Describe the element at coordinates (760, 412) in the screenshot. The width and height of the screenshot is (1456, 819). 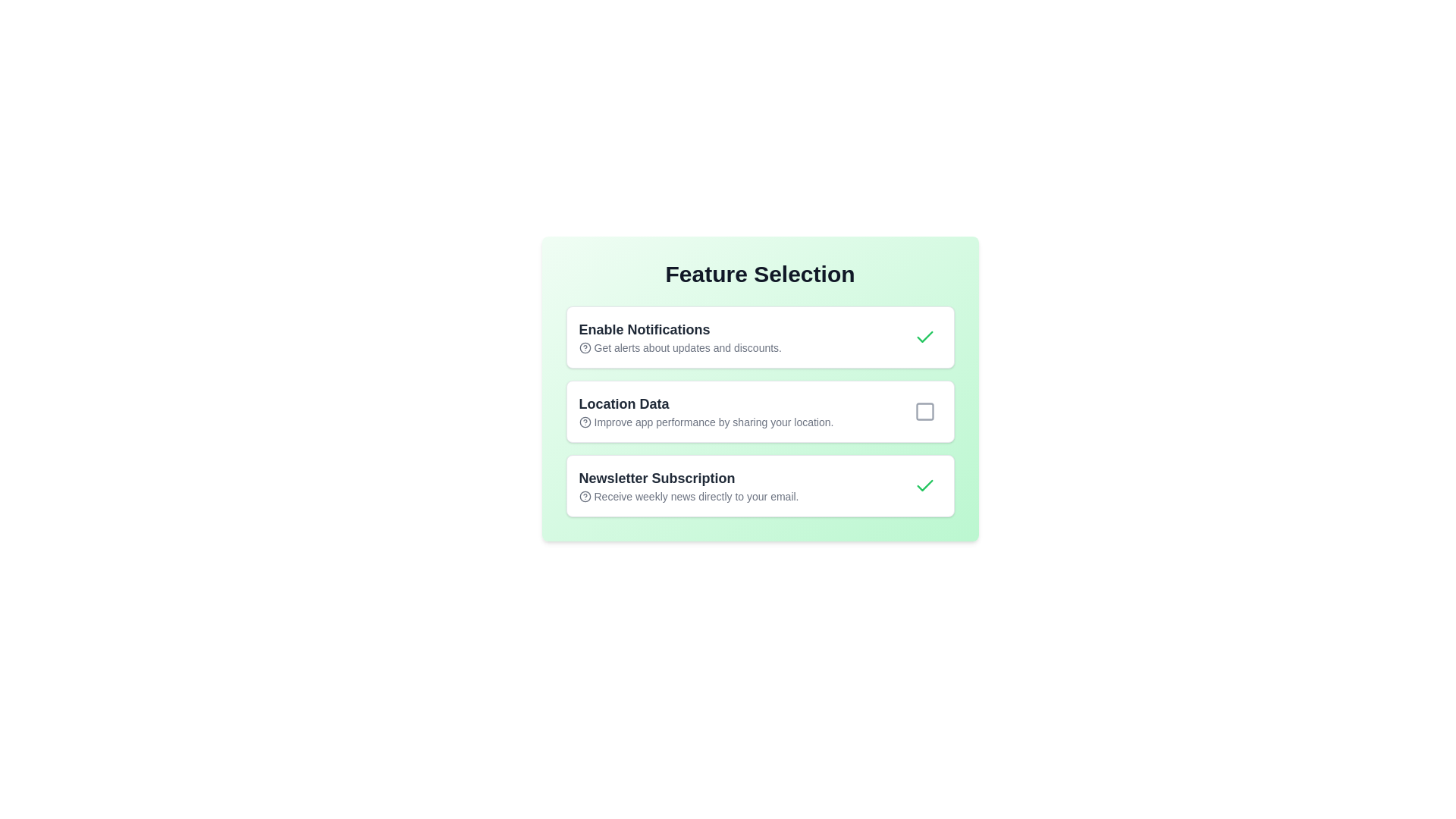
I see `the grouped list of selectable items located below the 'Feature Selection' title` at that location.